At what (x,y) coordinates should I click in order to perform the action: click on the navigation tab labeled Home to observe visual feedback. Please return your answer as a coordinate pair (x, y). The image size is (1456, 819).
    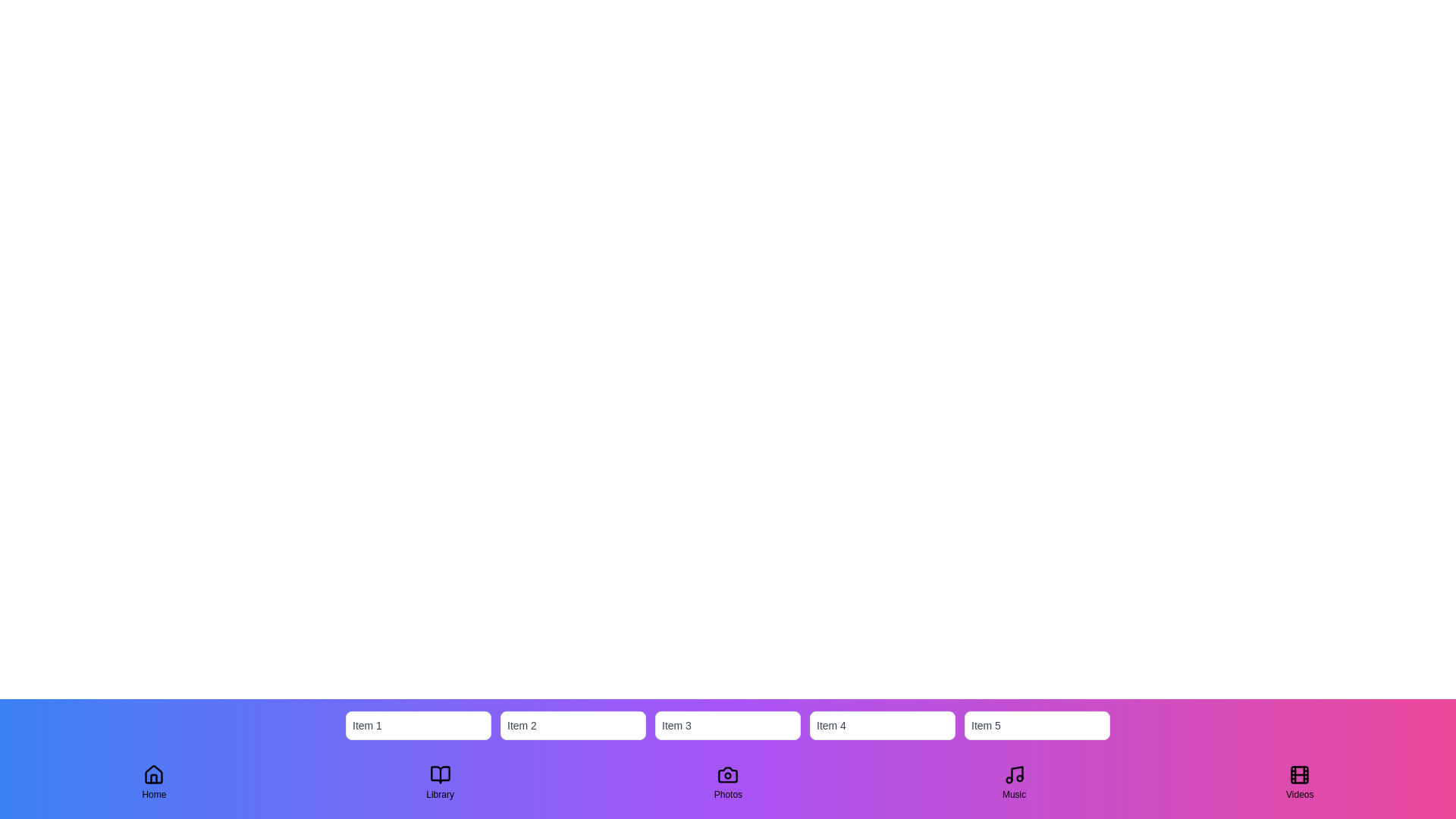
    Looking at the image, I should click on (154, 783).